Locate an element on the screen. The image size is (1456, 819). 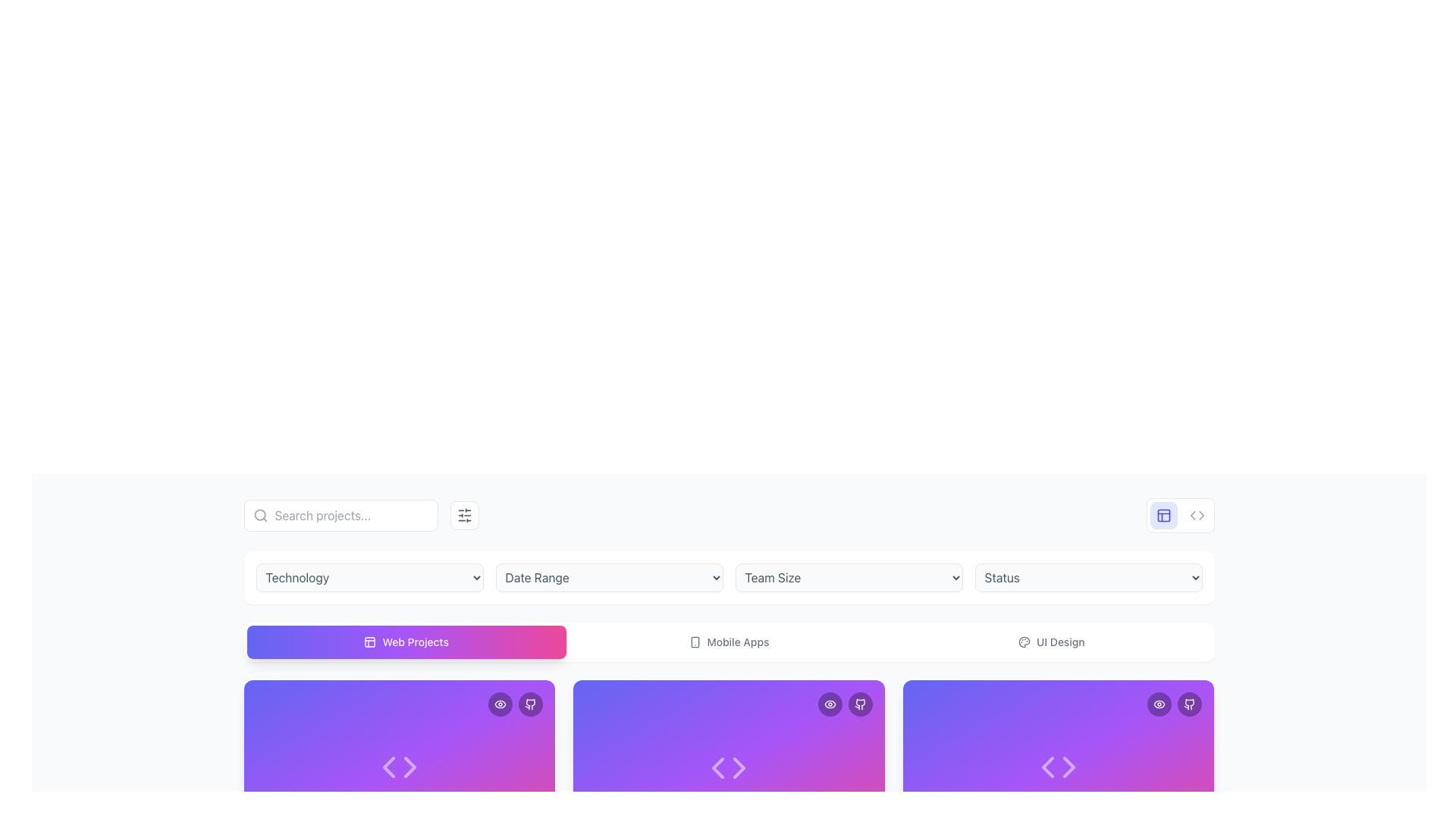
the leftmost triangular arrow icon pointing to the left, which is part of a navigation feature on a purple background is located at coordinates (1047, 767).